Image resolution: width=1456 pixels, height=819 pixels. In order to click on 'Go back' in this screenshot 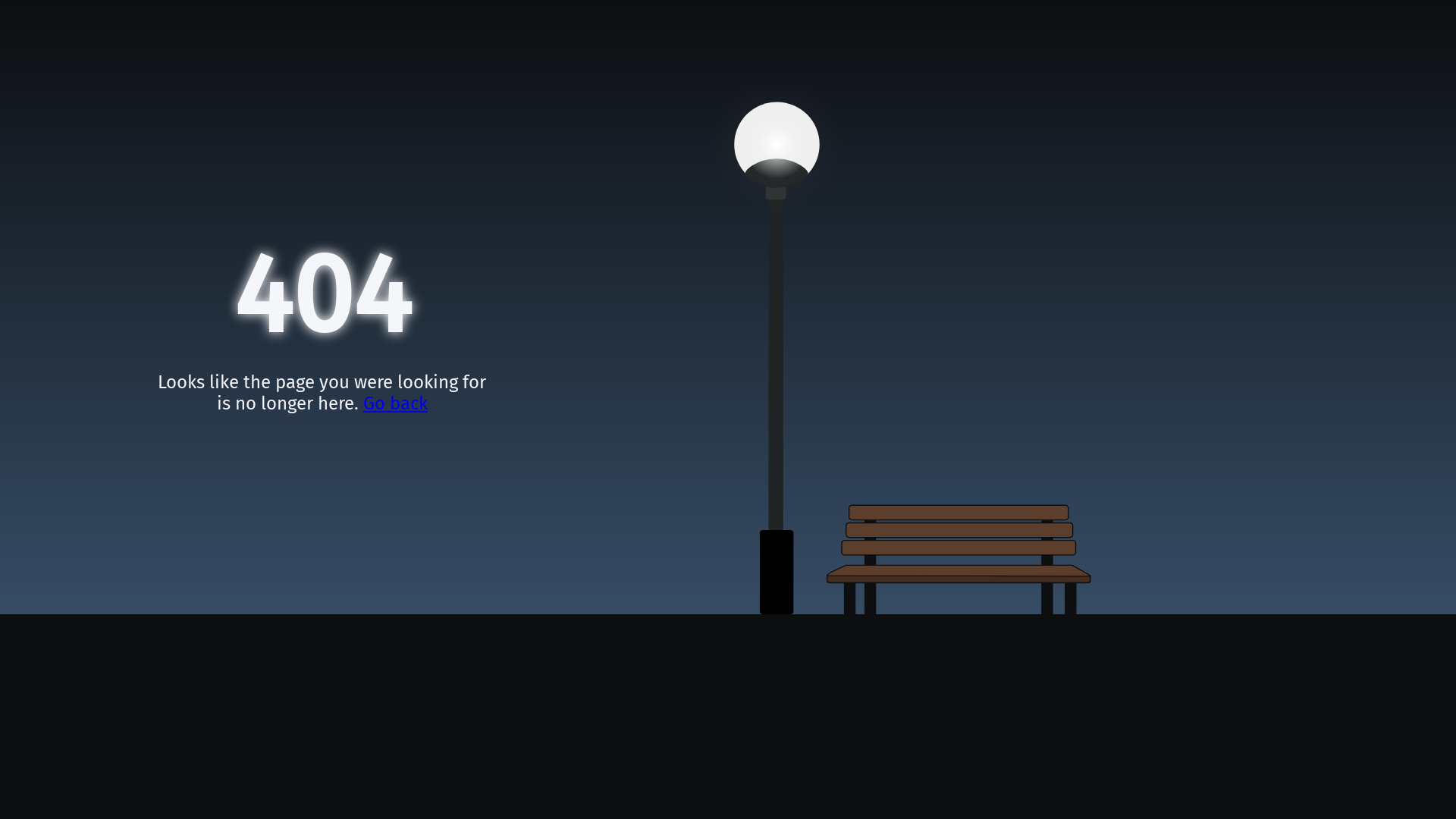, I will do `click(395, 403)`.